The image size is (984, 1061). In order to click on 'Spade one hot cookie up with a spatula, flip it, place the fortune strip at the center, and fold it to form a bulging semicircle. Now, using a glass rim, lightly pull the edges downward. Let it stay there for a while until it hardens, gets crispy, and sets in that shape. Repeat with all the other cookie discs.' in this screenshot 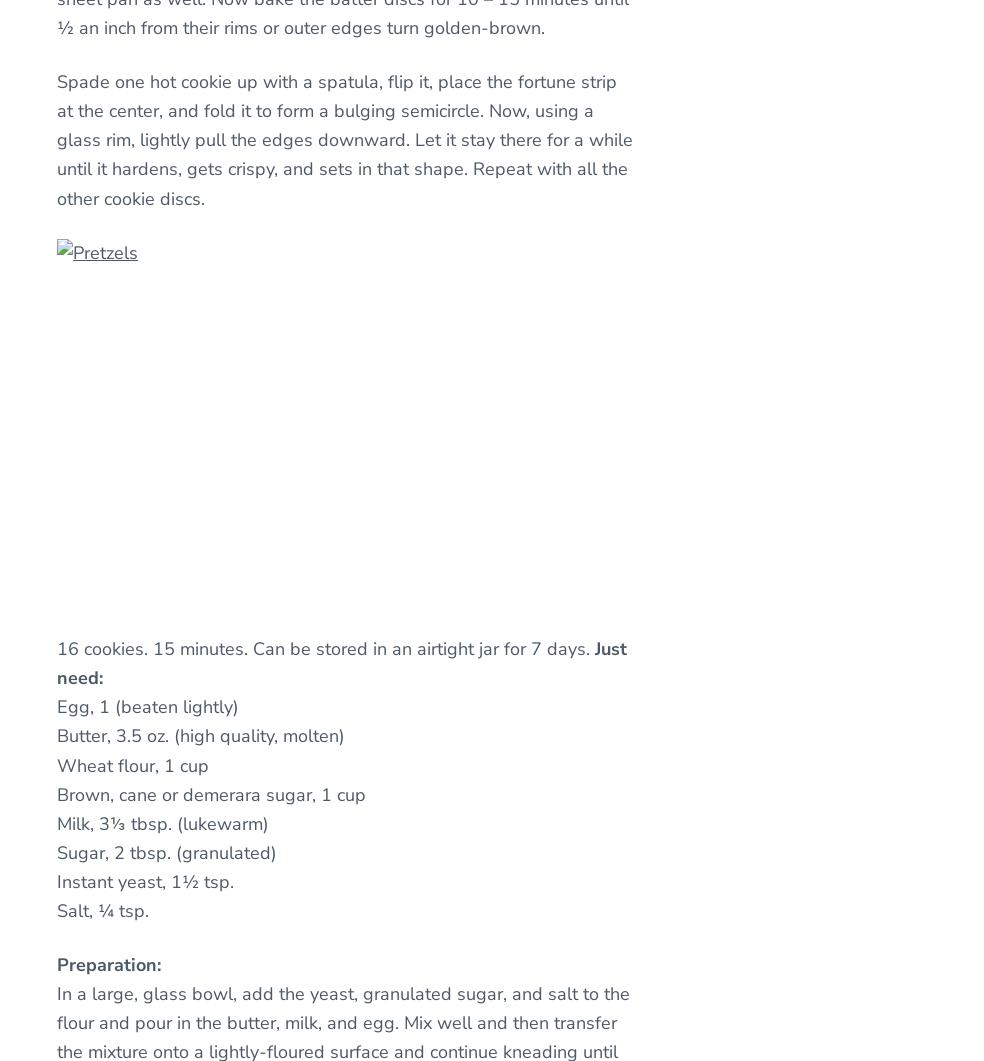, I will do `click(55, 140)`.